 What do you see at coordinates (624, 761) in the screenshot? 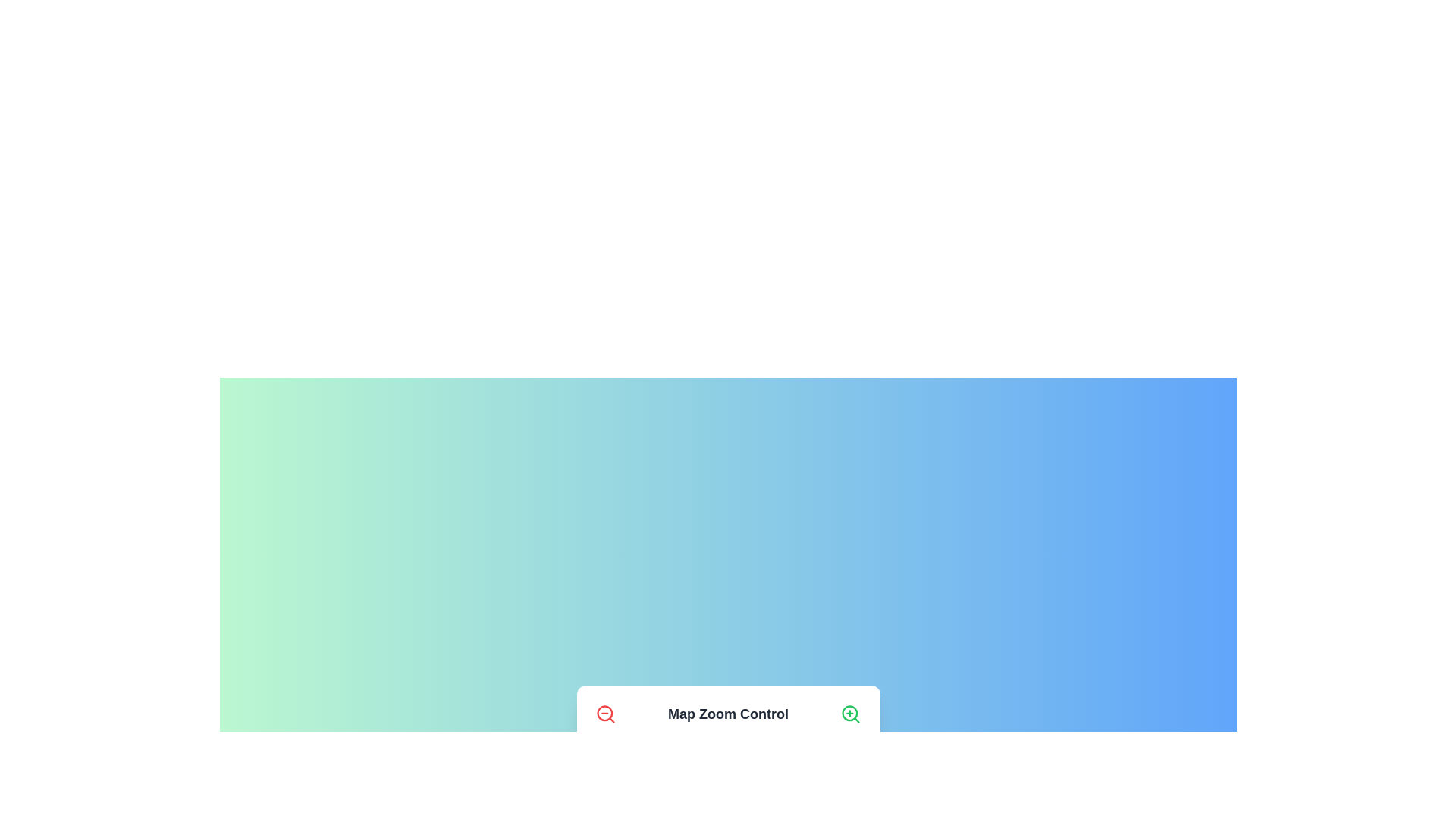
I see `the zoom level to 2 to observe the effect on the map pin representation` at bounding box center [624, 761].